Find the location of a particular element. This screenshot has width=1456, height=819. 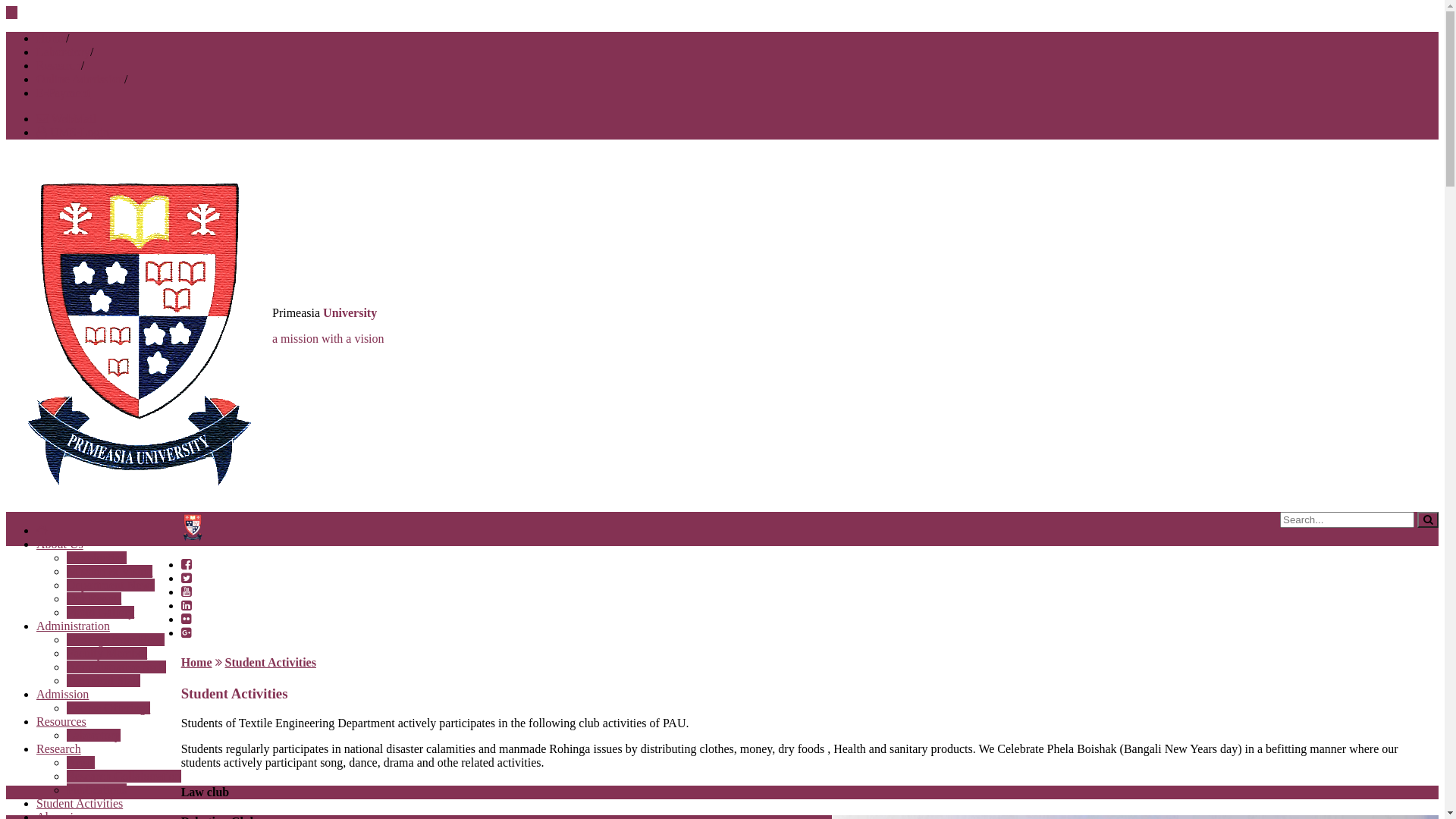

'Administration' is located at coordinates (72, 626).